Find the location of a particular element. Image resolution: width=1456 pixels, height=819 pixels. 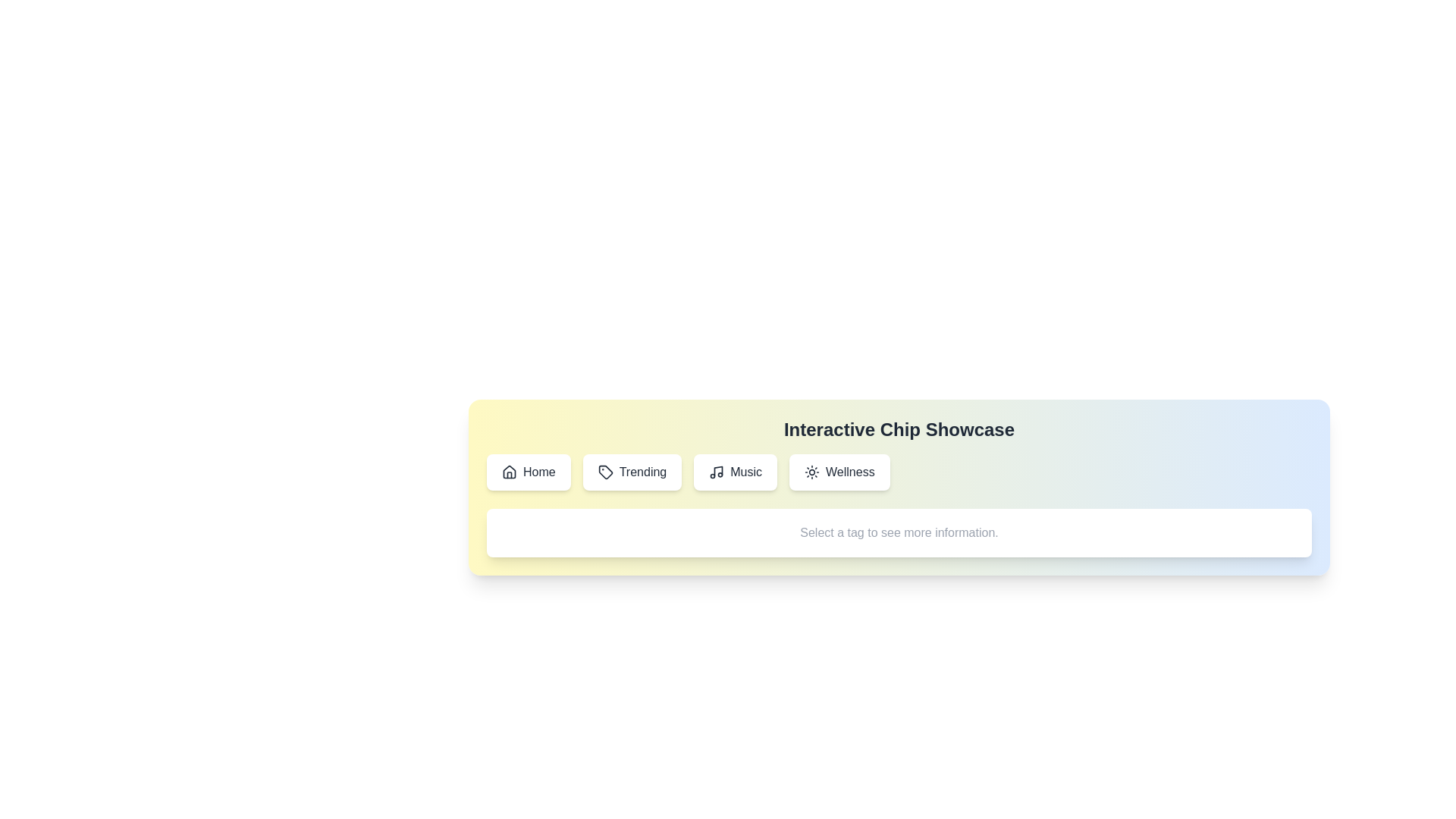

the chip labeled Home to observe its hover effect is located at coordinates (529, 472).